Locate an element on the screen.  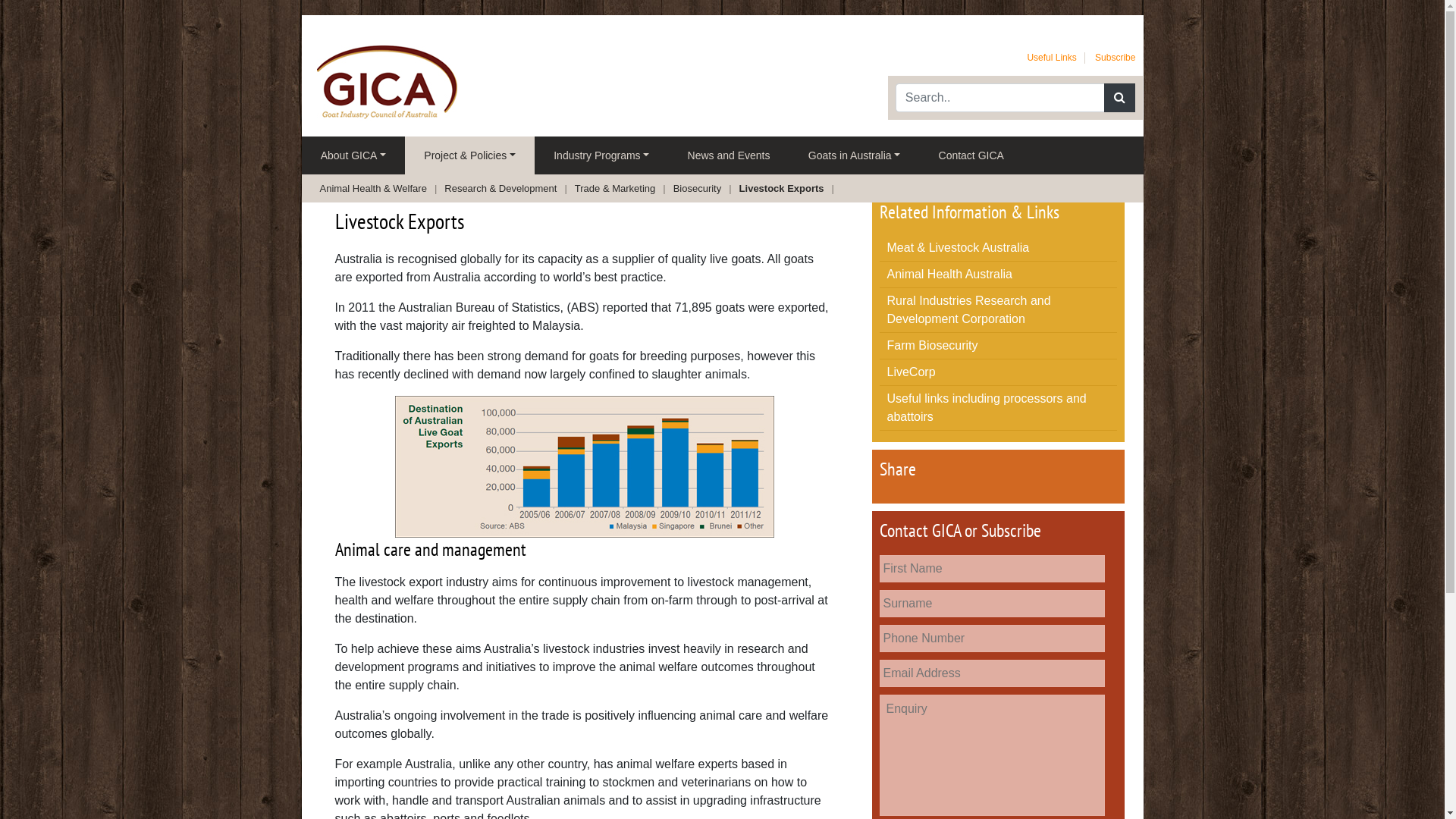
'Search' is located at coordinates (1119, 97).